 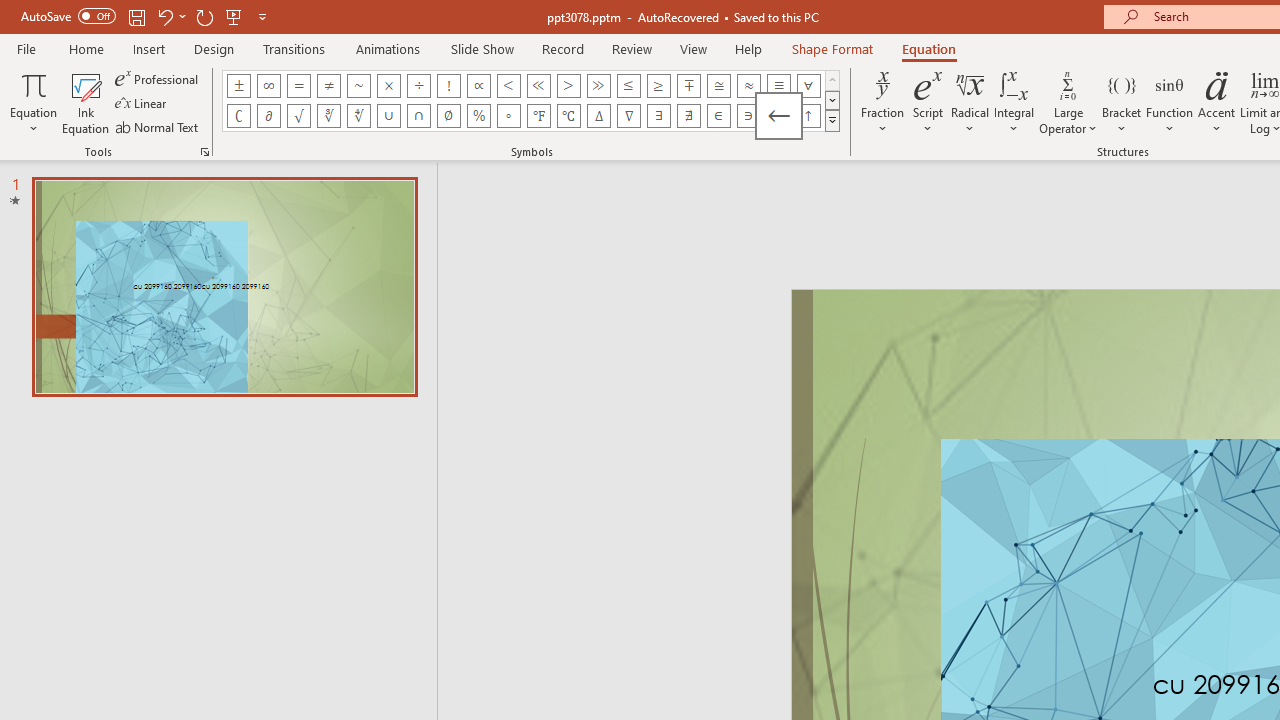 What do you see at coordinates (267, 115) in the screenshot?
I see `'Equation Symbol Partial Differential'` at bounding box center [267, 115].